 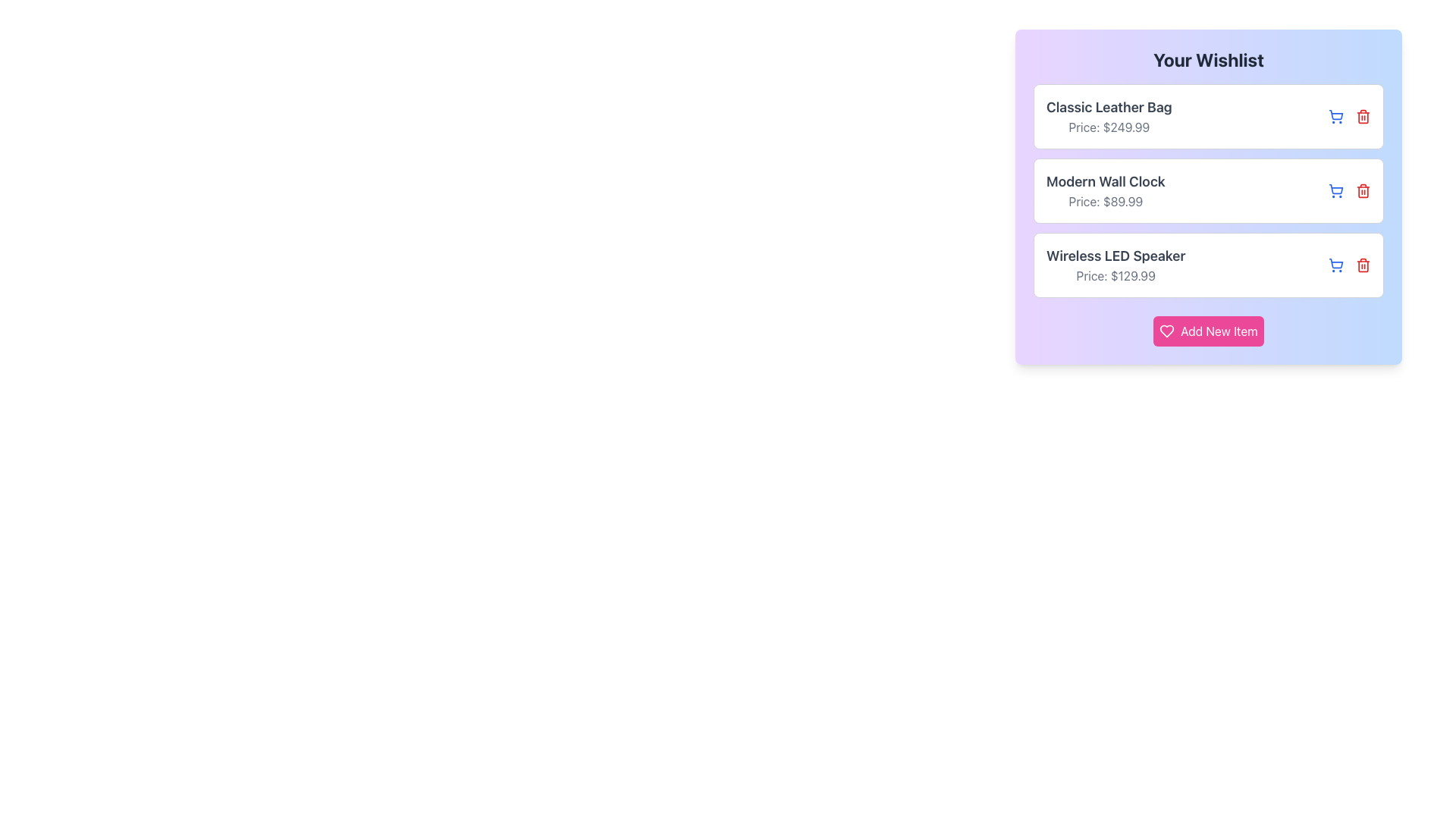 What do you see at coordinates (1335, 188) in the screenshot?
I see `the shopping cart icon SVG element located to the right of the 'Modern Wall Clock' item in the wishlist interface` at bounding box center [1335, 188].